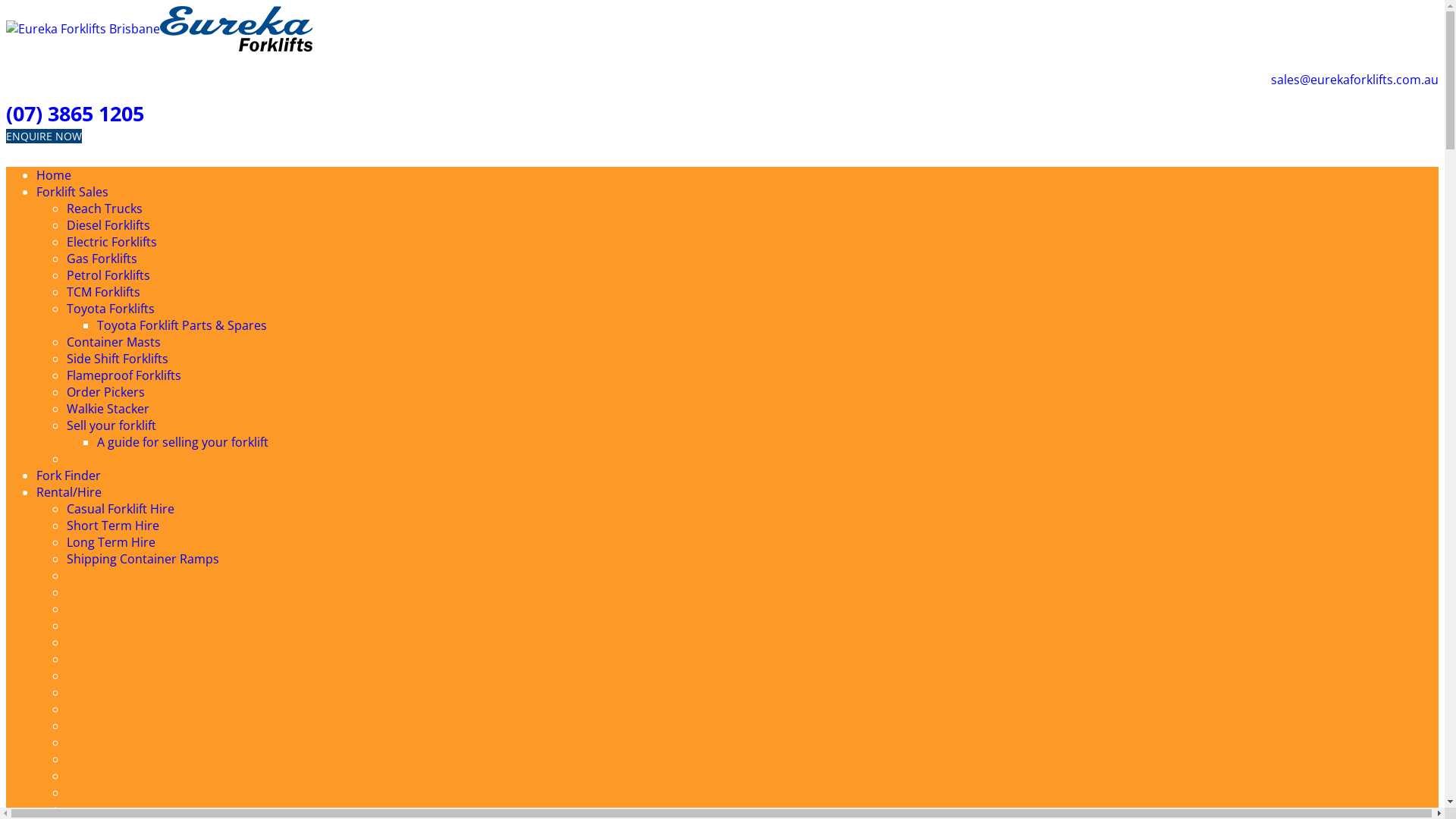 This screenshot has height=819, width=1456. Describe the element at coordinates (65, 509) in the screenshot. I see `'Casual Forklift Hire'` at that location.